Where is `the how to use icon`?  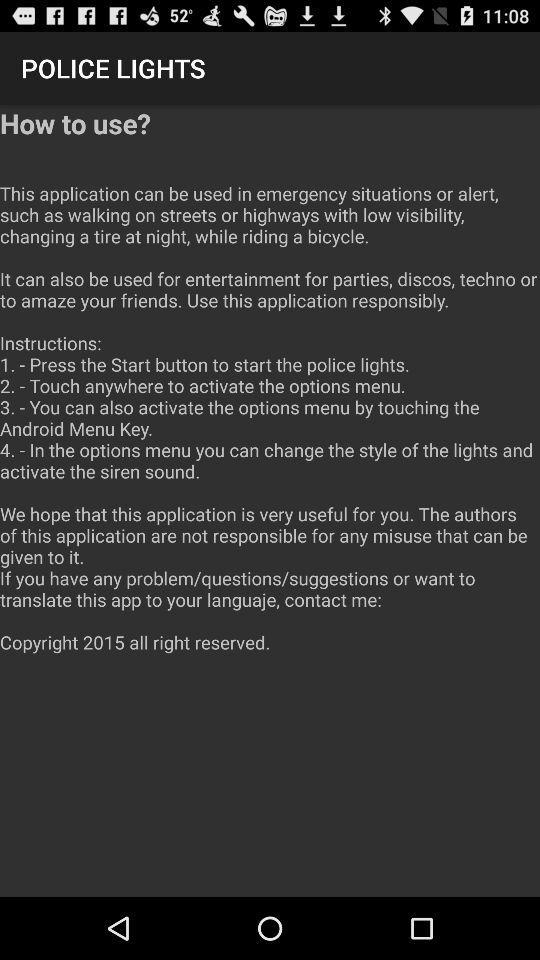 the how to use icon is located at coordinates (270, 389).